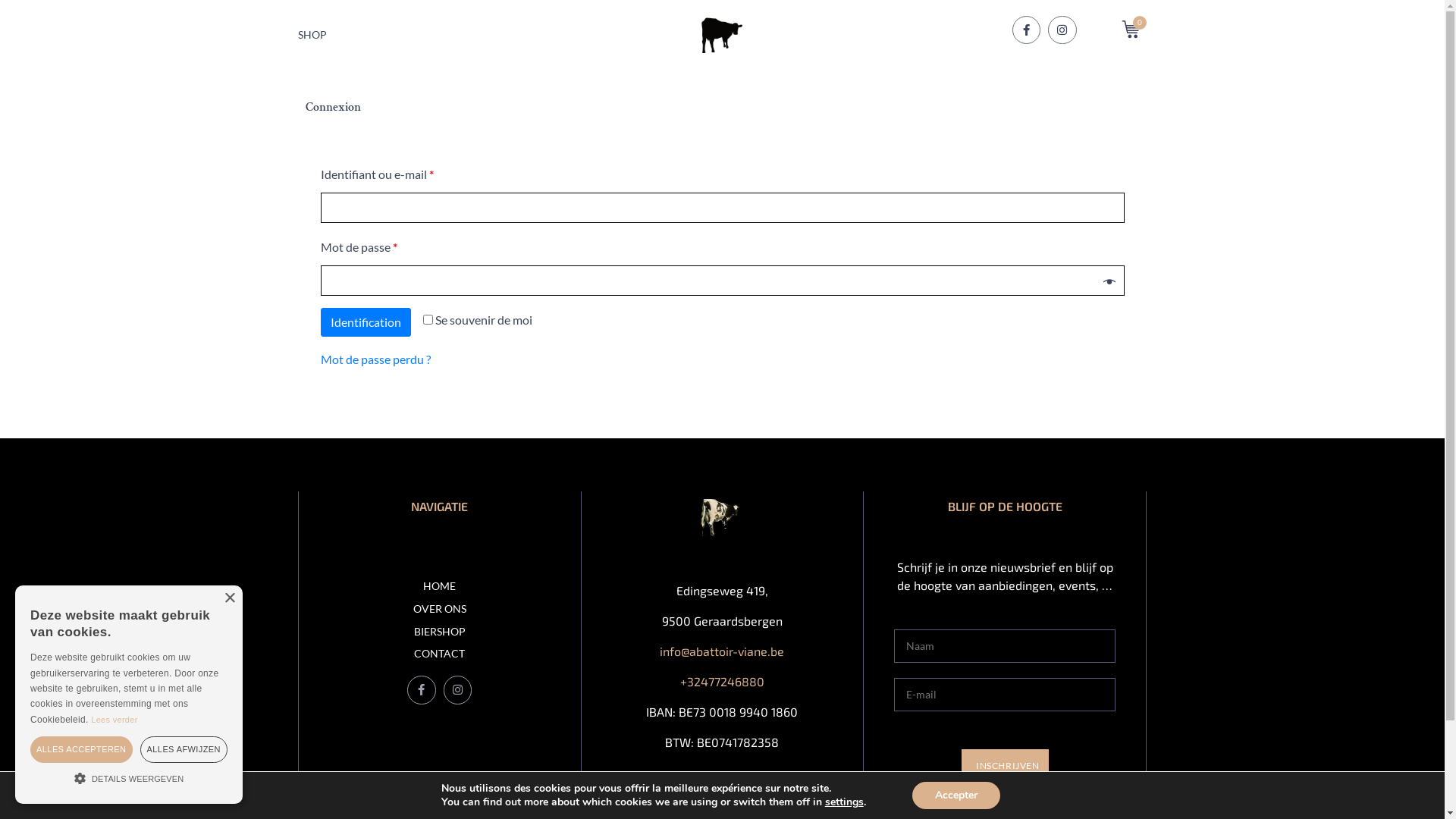 This screenshot has height=819, width=1456. What do you see at coordinates (912, 795) in the screenshot?
I see `'Accepter'` at bounding box center [912, 795].